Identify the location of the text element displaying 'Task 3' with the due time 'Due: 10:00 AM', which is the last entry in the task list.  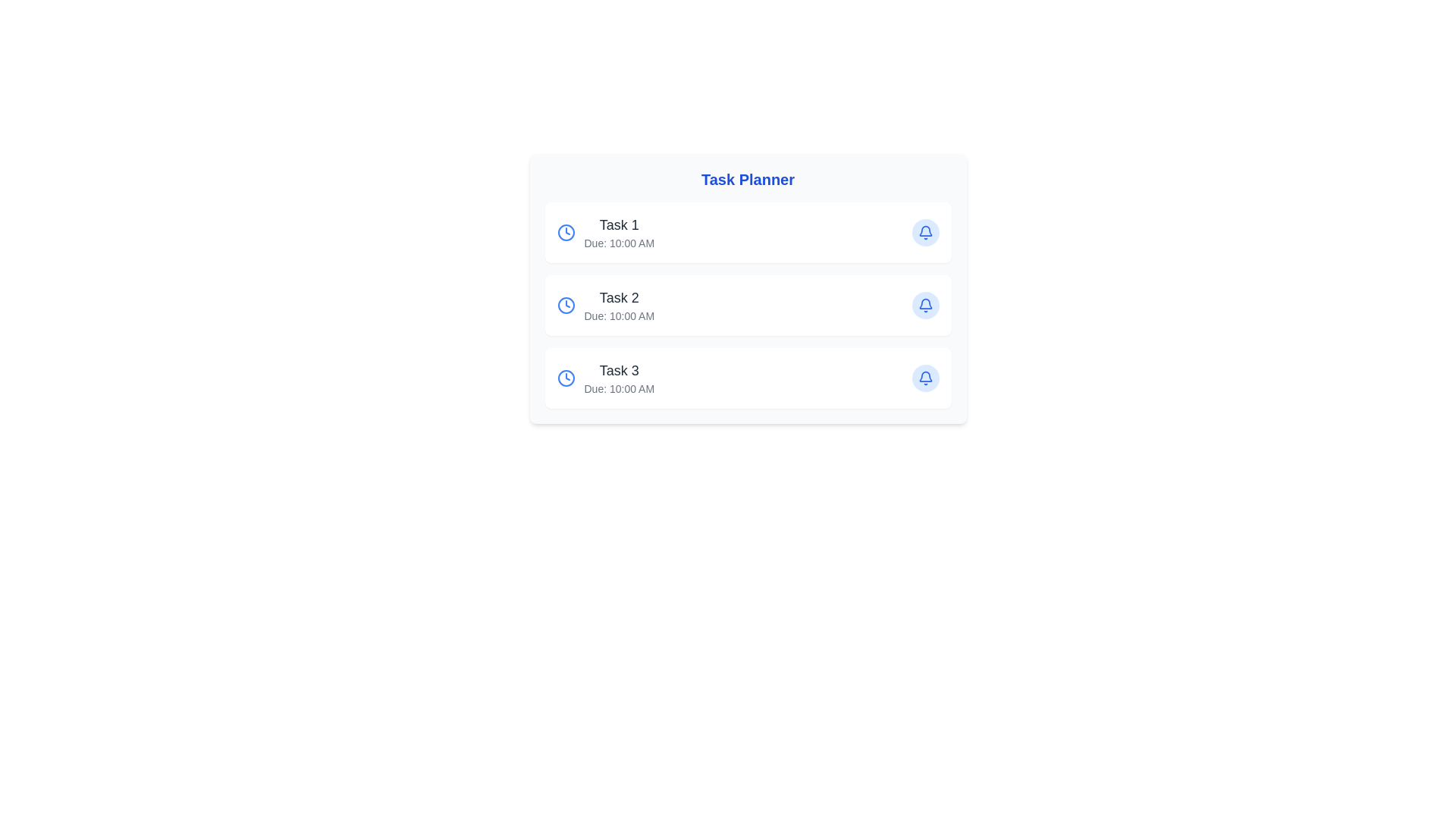
(619, 377).